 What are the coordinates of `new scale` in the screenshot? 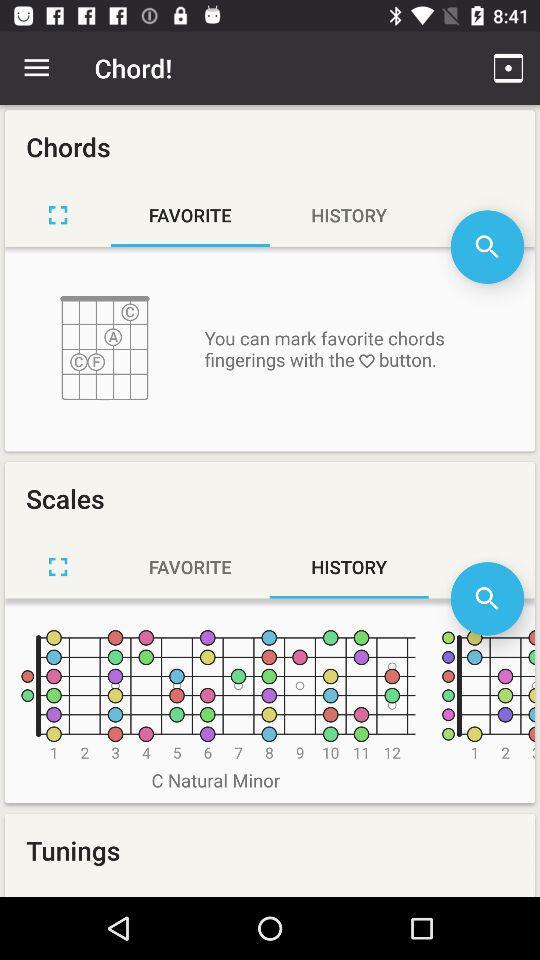 It's located at (58, 566).